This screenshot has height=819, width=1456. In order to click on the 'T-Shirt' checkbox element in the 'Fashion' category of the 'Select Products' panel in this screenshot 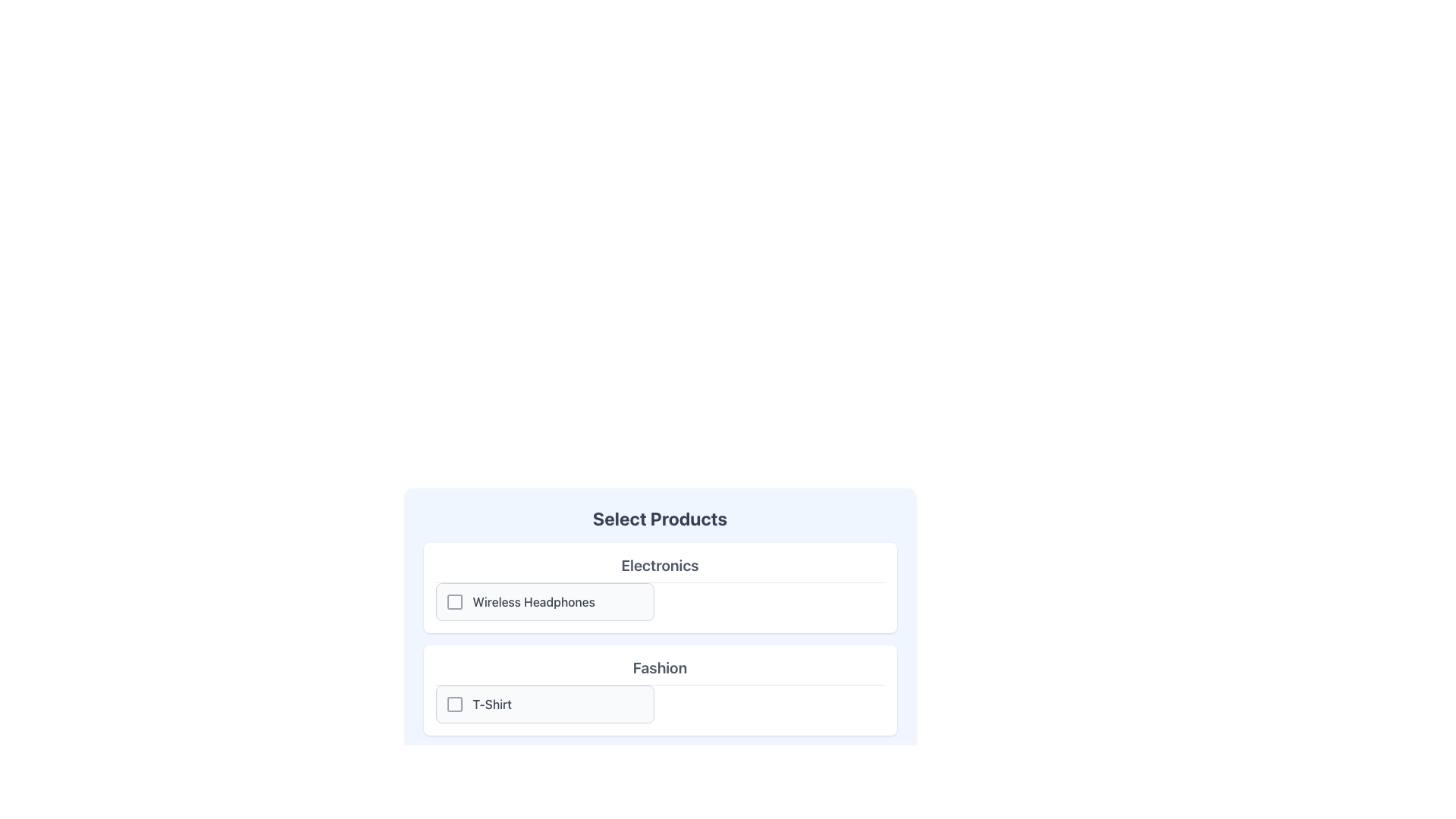, I will do `click(544, 704)`.